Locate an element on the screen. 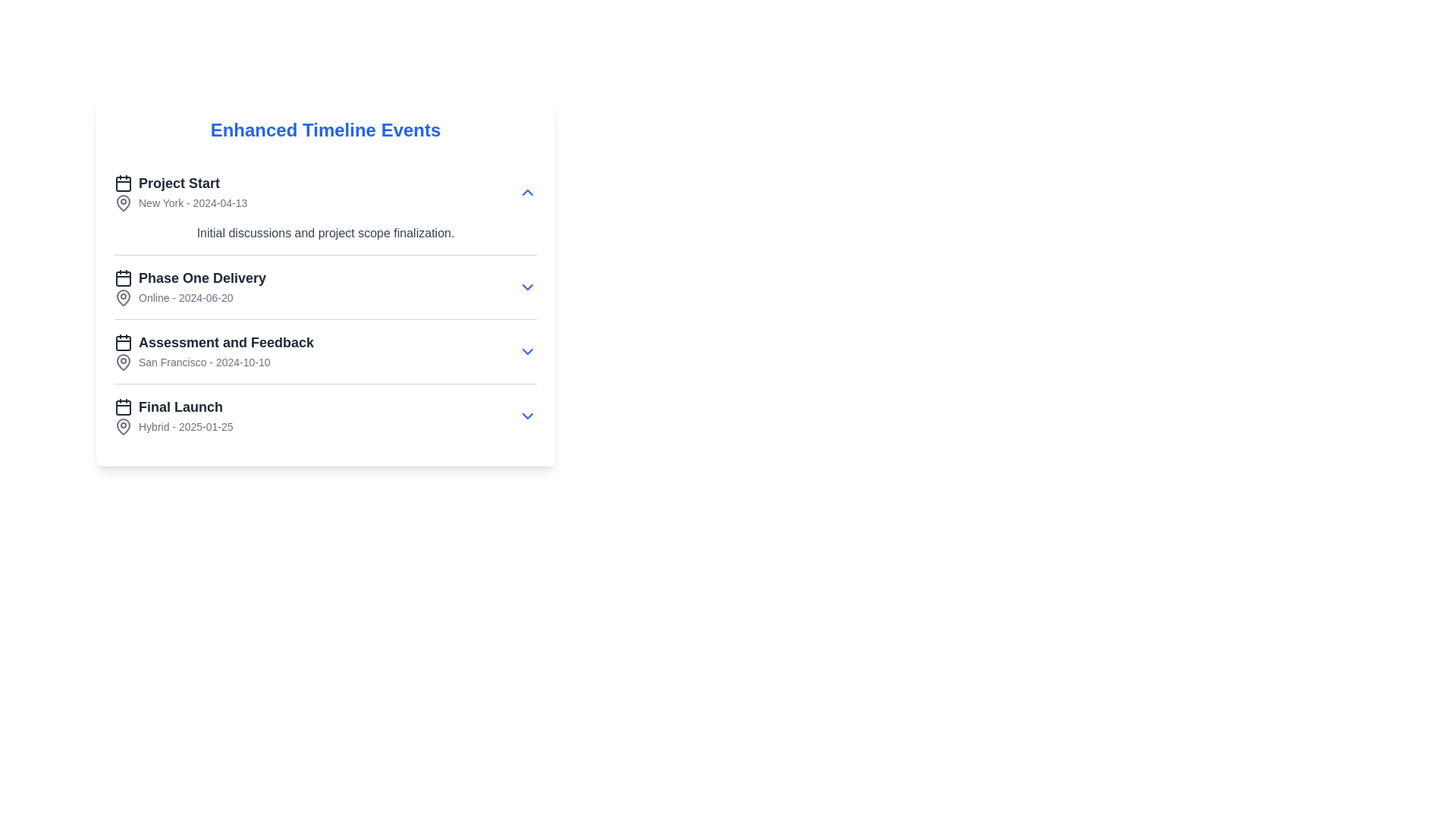 Image resolution: width=1456 pixels, height=819 pixels. the third item in the vertical timeline list, which displays 'Assessment and Feedback' in bold followed by 'San Francisco - 2024-10-10.' is located at coordinates (213, 351).